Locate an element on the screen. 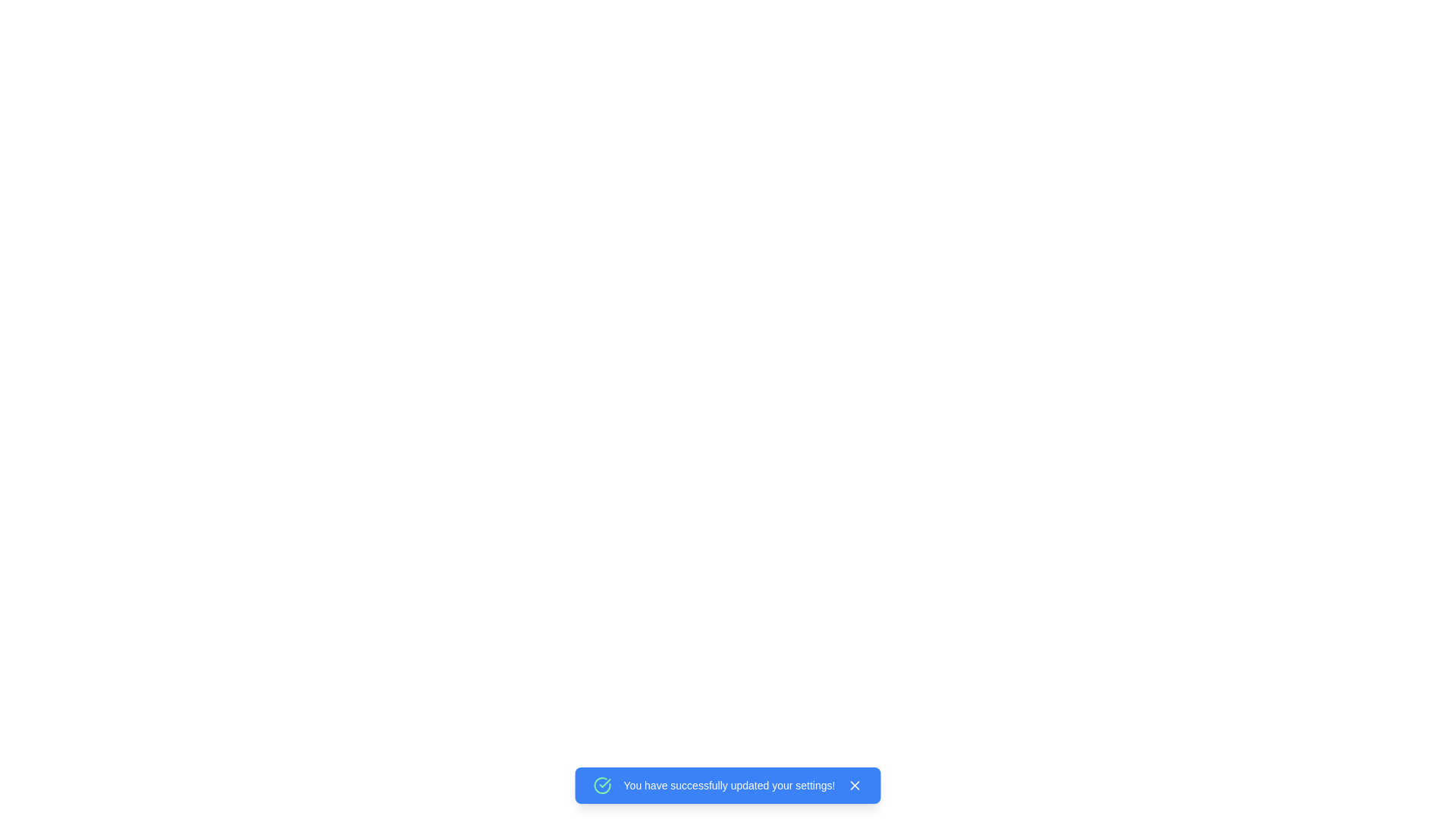 This screenshot has height=819, width=1456. the green circular check mark icon located on the left side of the notification banner that indicates successful settings update is located at coordinates (601, 785).